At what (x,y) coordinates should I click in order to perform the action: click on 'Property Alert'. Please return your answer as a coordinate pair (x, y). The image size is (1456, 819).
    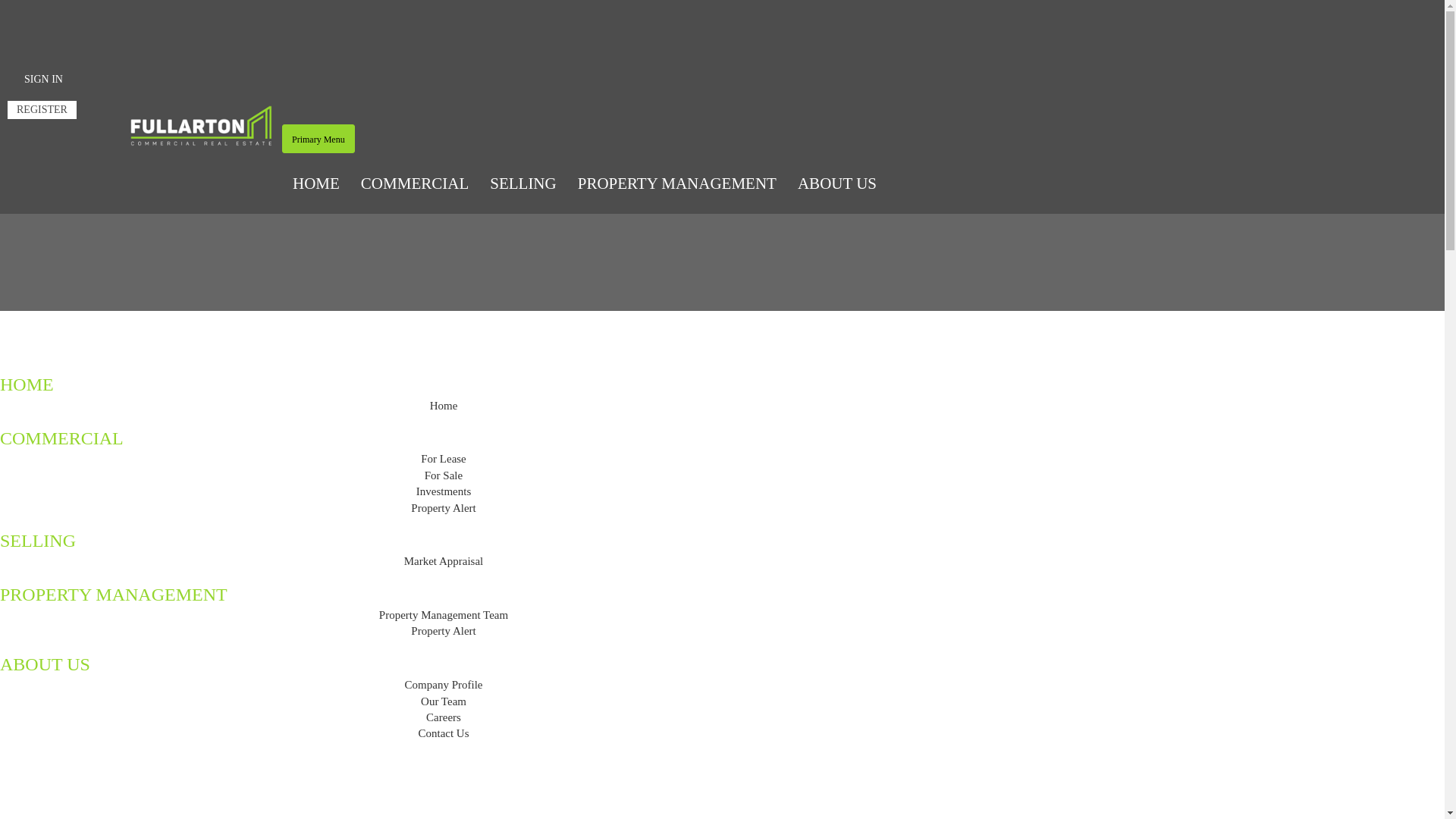
    Looking at the image, I should click on (411, 631).